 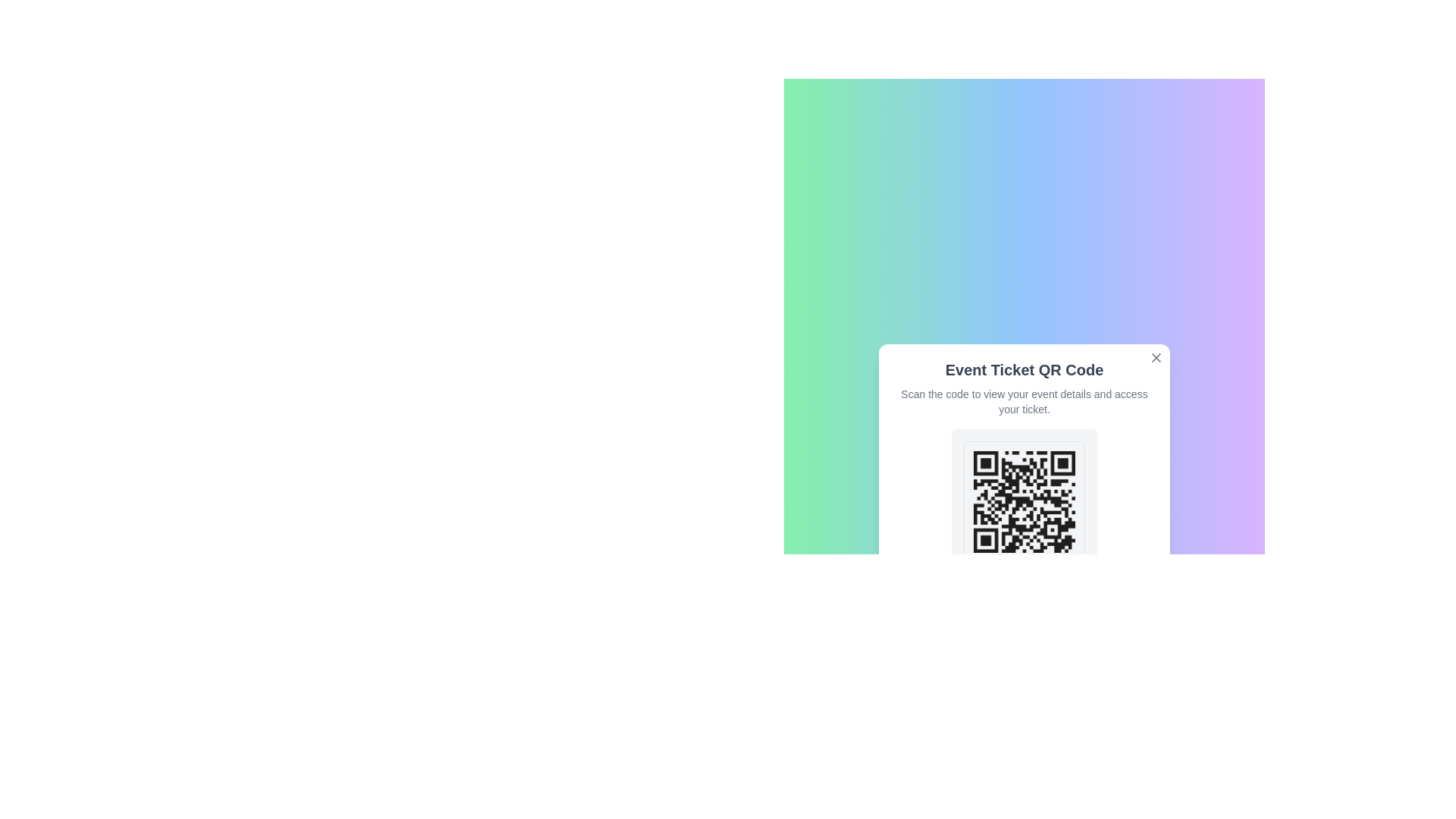 What do you see at coordinates (1156, 357) in the screenshot?
I see `the Close button, which is a minimalistic diagonal cross ('X') shape located at the top-right corner of the 'Event Ticket QR Code' dialog window, to possibly see a tooltip` at bounding box center [1156, 357].